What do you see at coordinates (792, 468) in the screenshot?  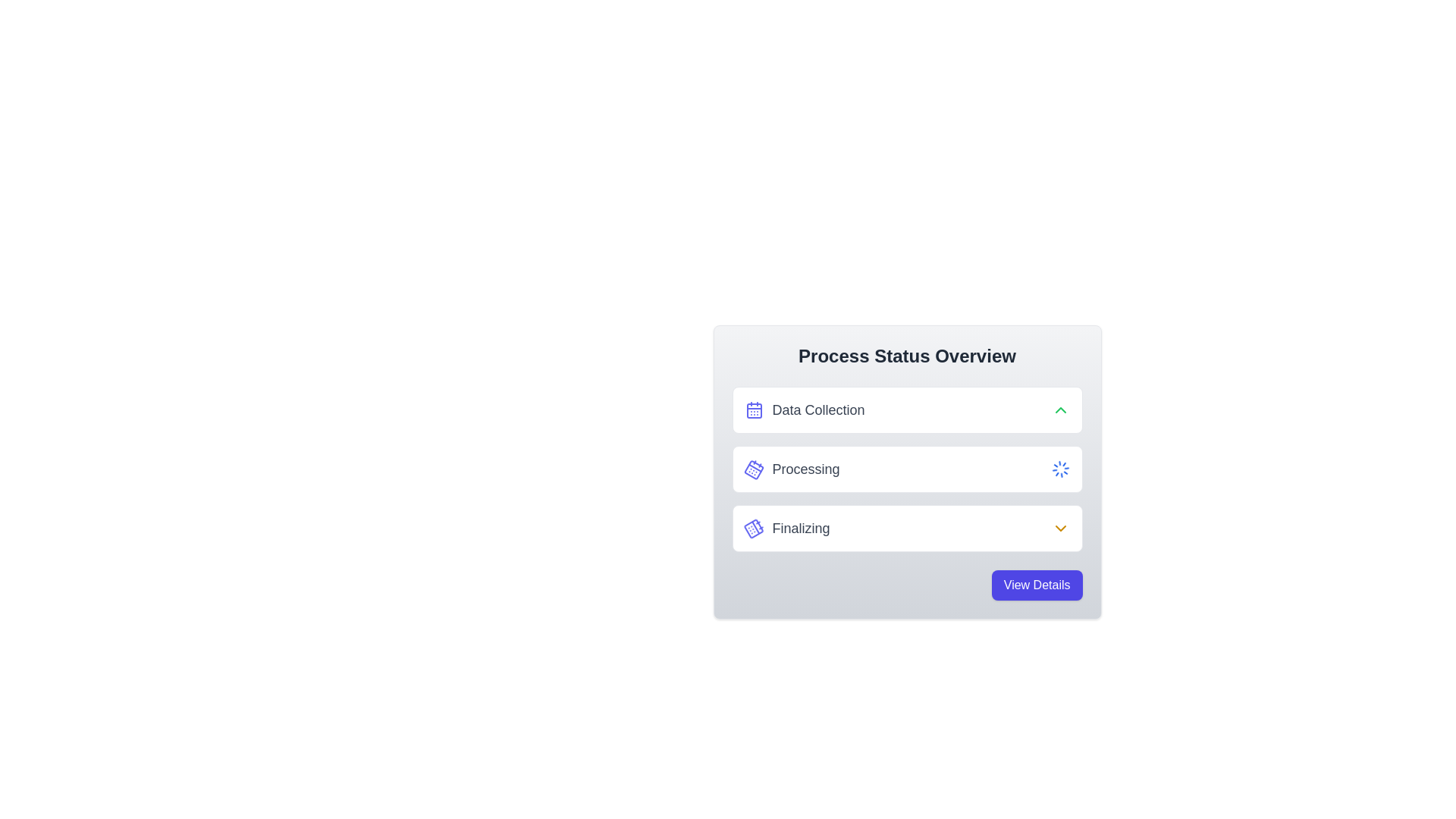 I see `the list item containing a tilted calendar icon and the text label 'Processing' in gray, which is the second item under 'Process Status Overview'` at bounding box center [792, 468].